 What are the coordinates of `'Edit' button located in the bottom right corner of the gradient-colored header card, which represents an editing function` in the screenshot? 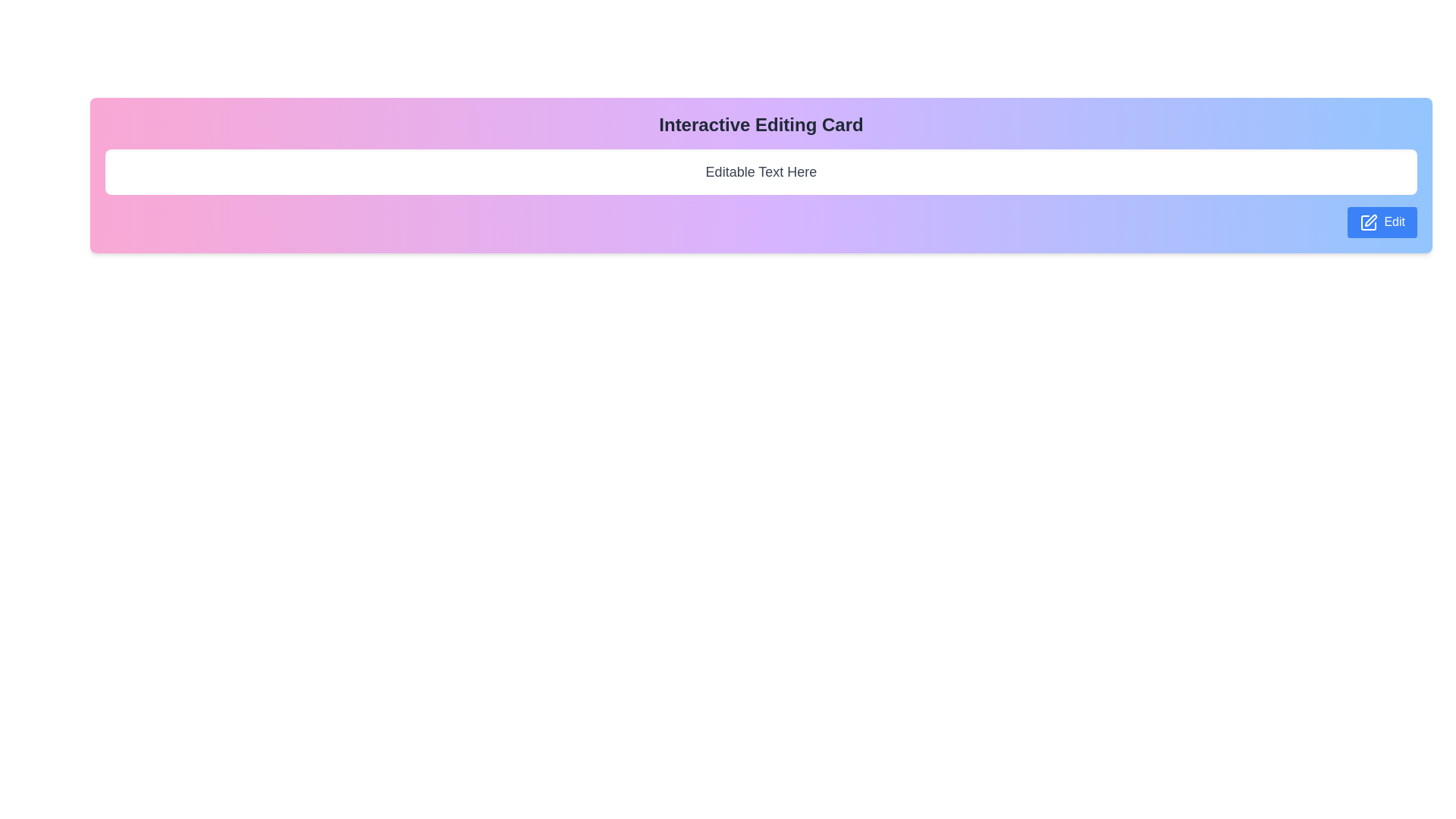 It's located at (1369, 222).